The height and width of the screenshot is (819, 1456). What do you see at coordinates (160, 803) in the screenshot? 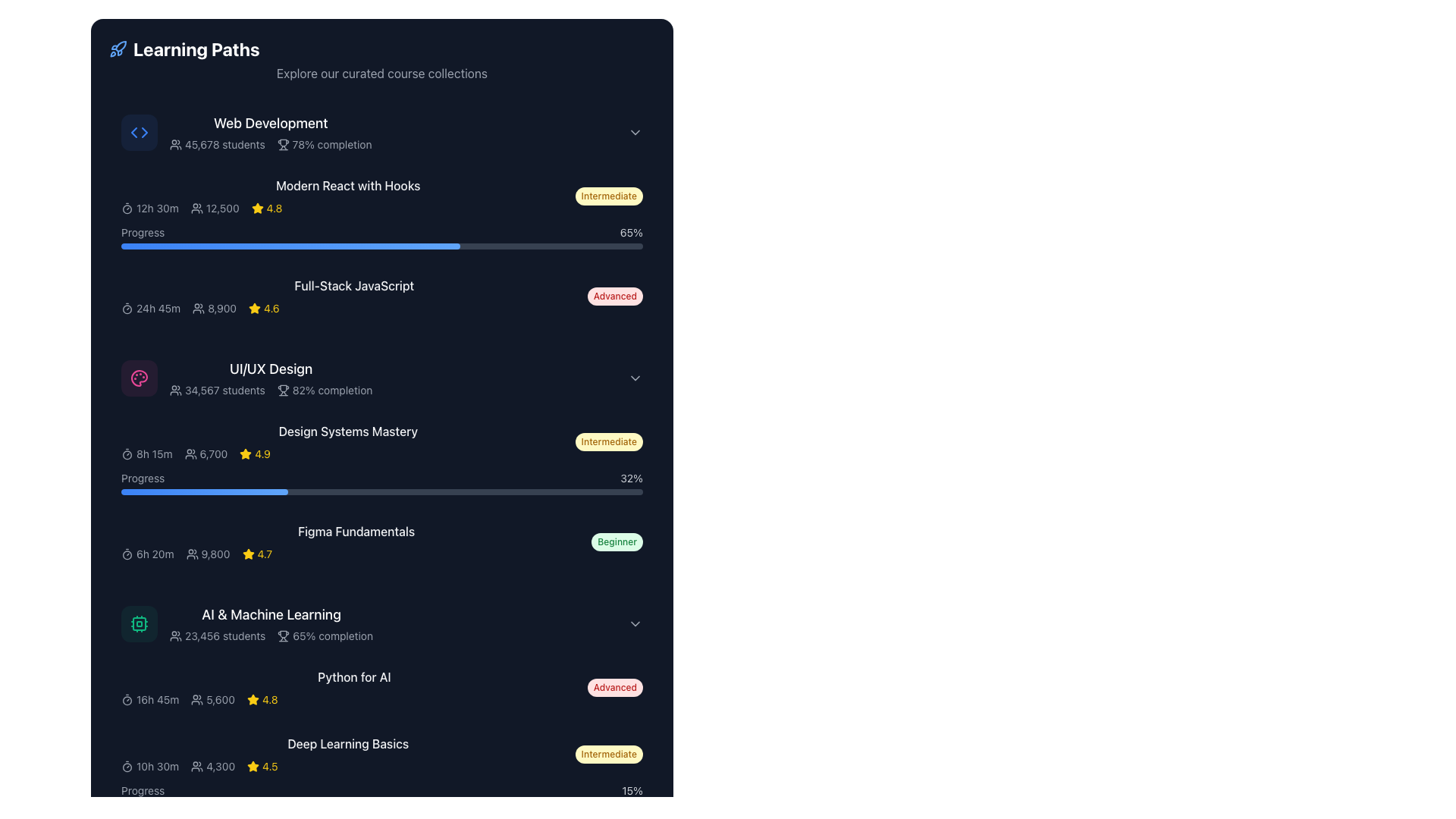
I see `the Progress Indicator, which is a smooth, rounded horizontal bar styled with a gradient from dark blue to light blue, located at the bottom of the 'AI & Machine Learning' section` at bounding box center [160, 803].